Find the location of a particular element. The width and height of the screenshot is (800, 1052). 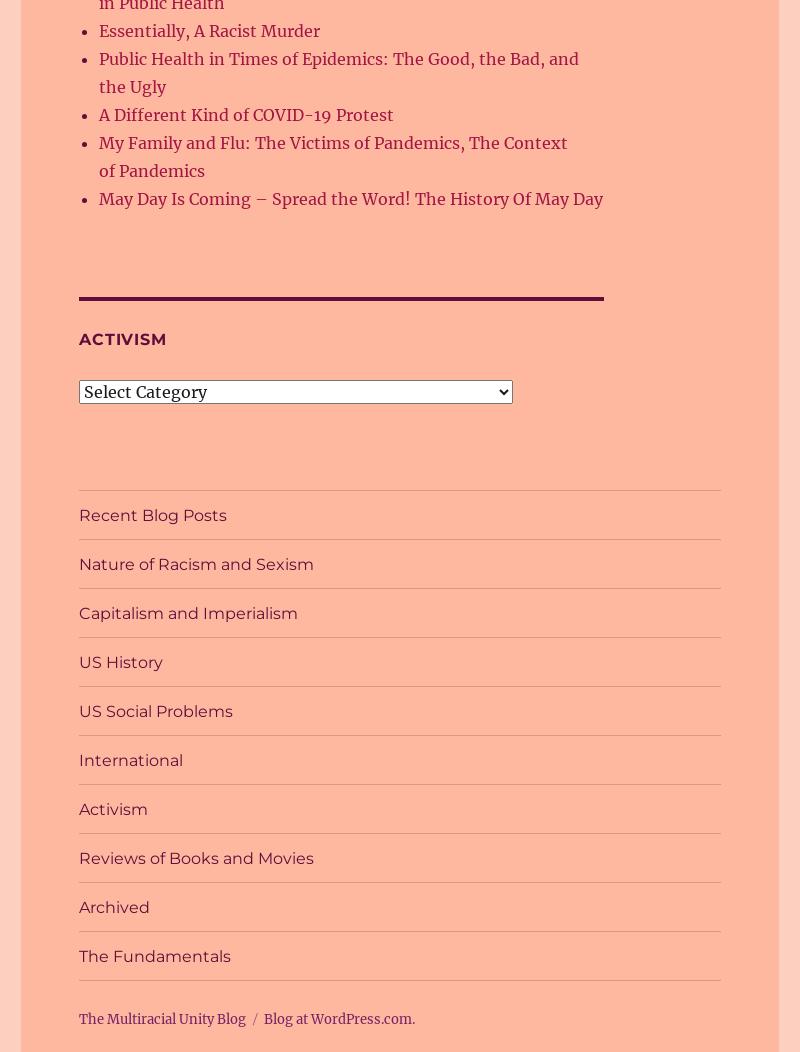

'Recent Blog Posts' is located at coordinates (153, 513).